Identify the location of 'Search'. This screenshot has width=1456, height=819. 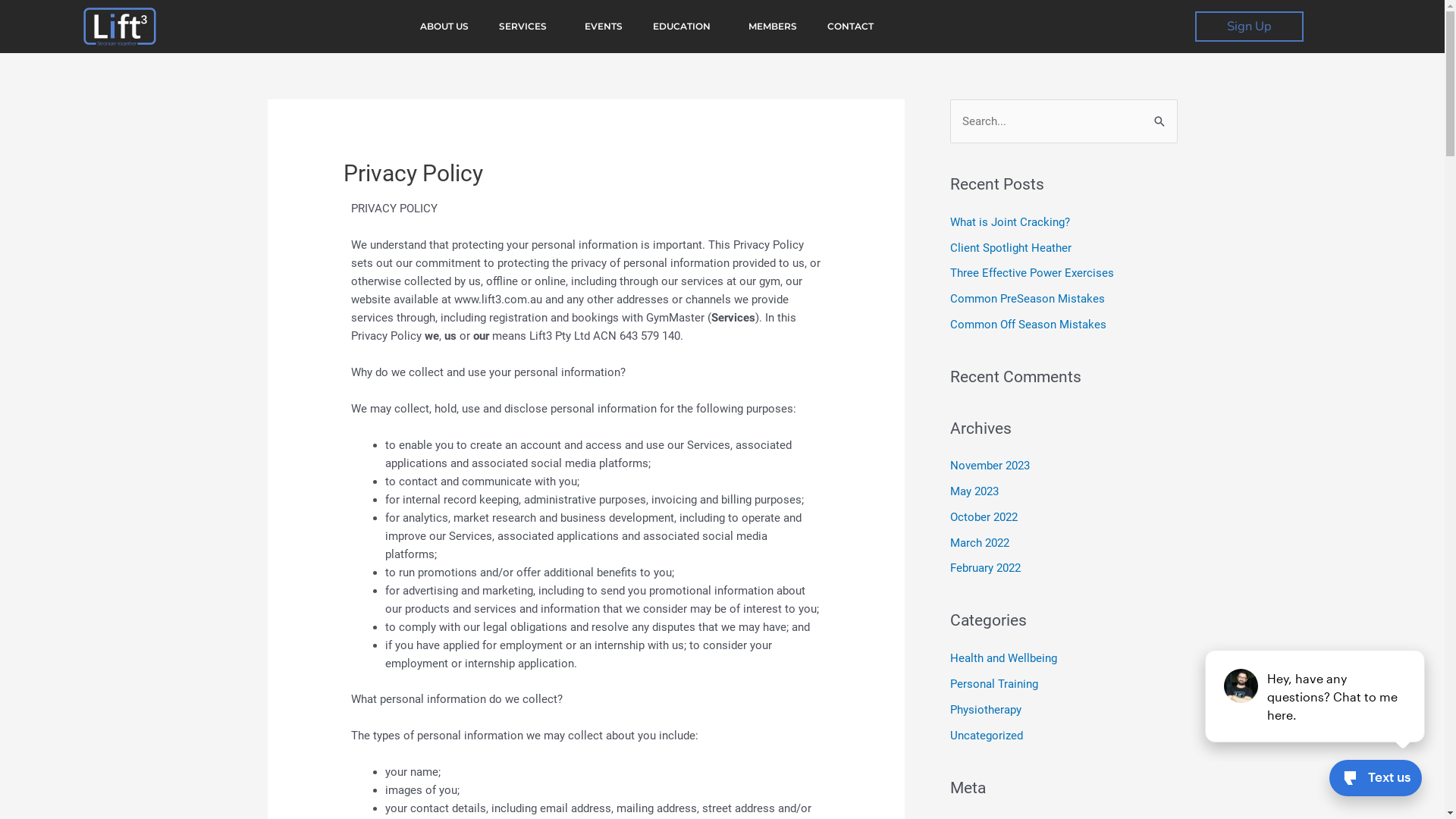
(1159, 114).